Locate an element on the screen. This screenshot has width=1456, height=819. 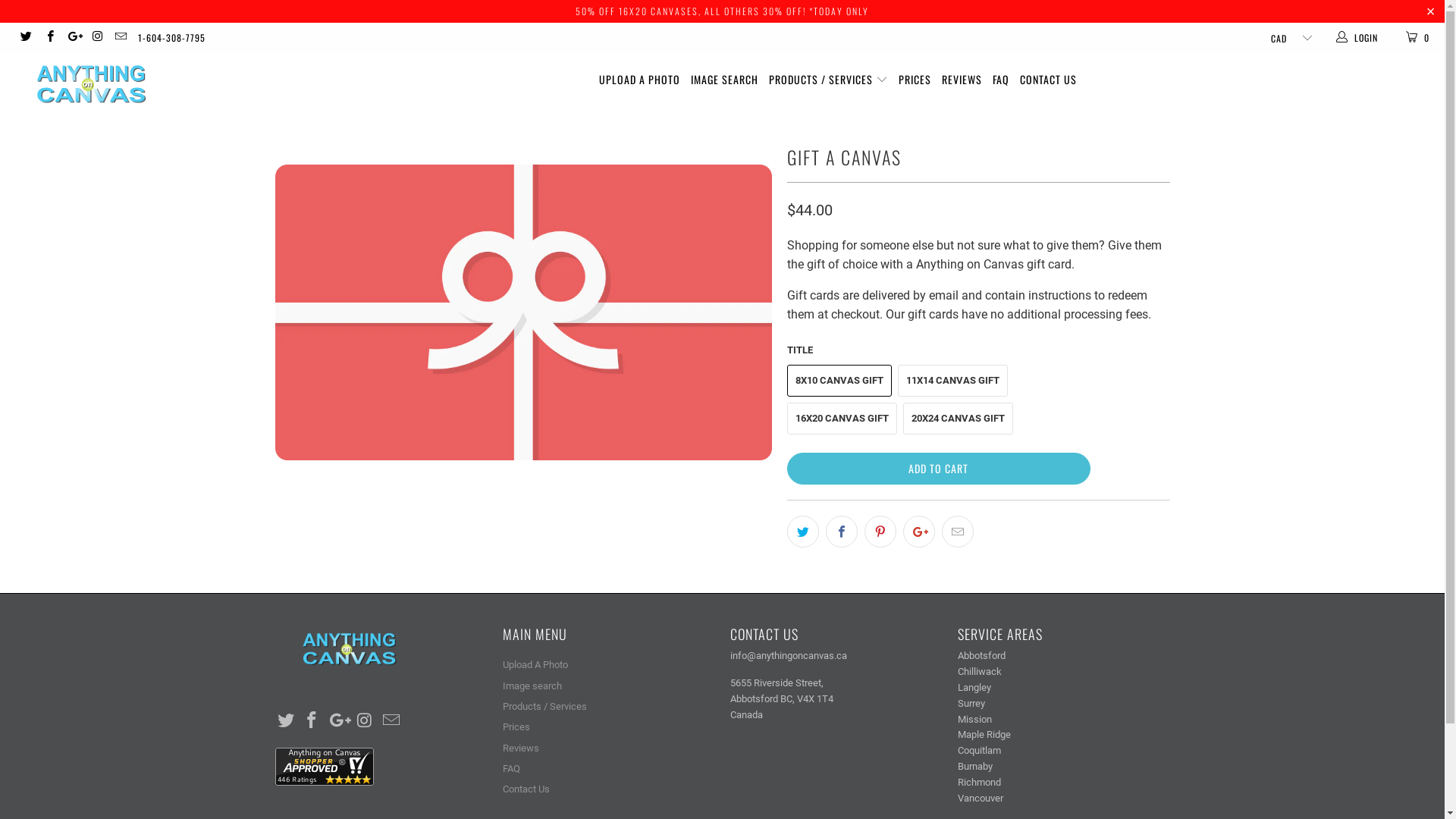
'PRODUCTS / SERVICES' is located at coordinates (827, 80).